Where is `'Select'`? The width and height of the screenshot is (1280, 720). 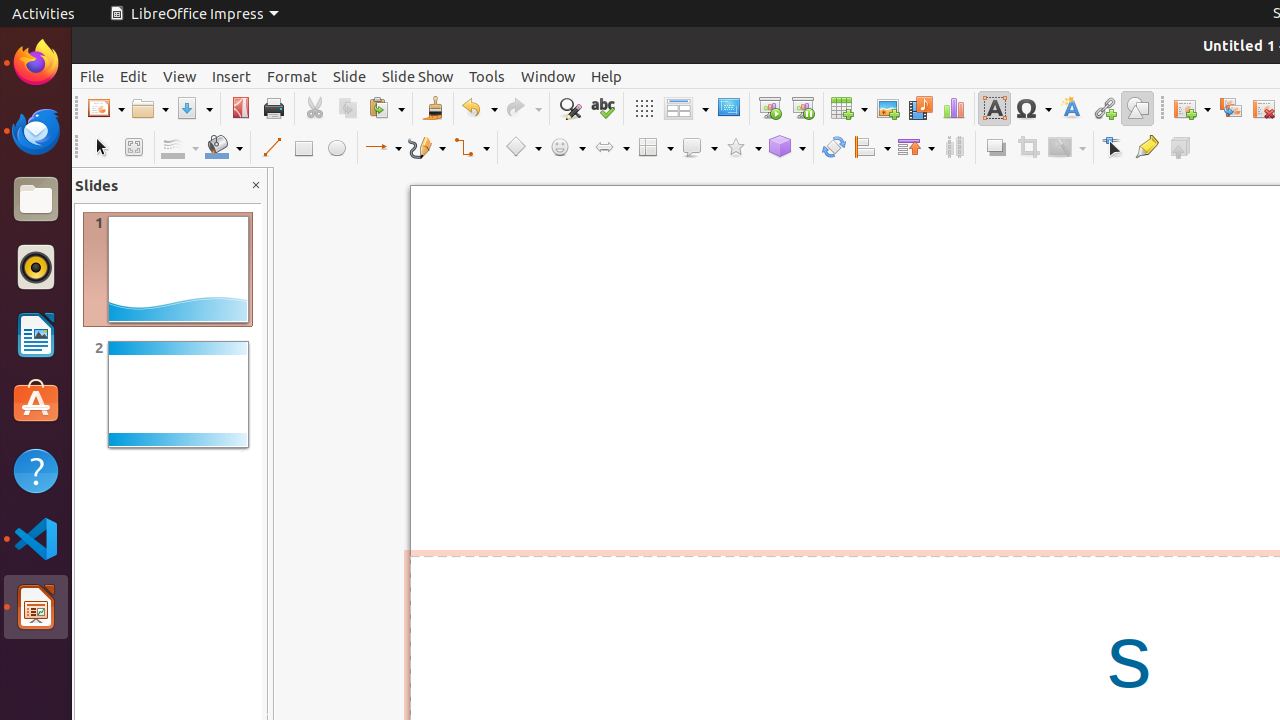
'Select' is located at coordinates (99, 146).